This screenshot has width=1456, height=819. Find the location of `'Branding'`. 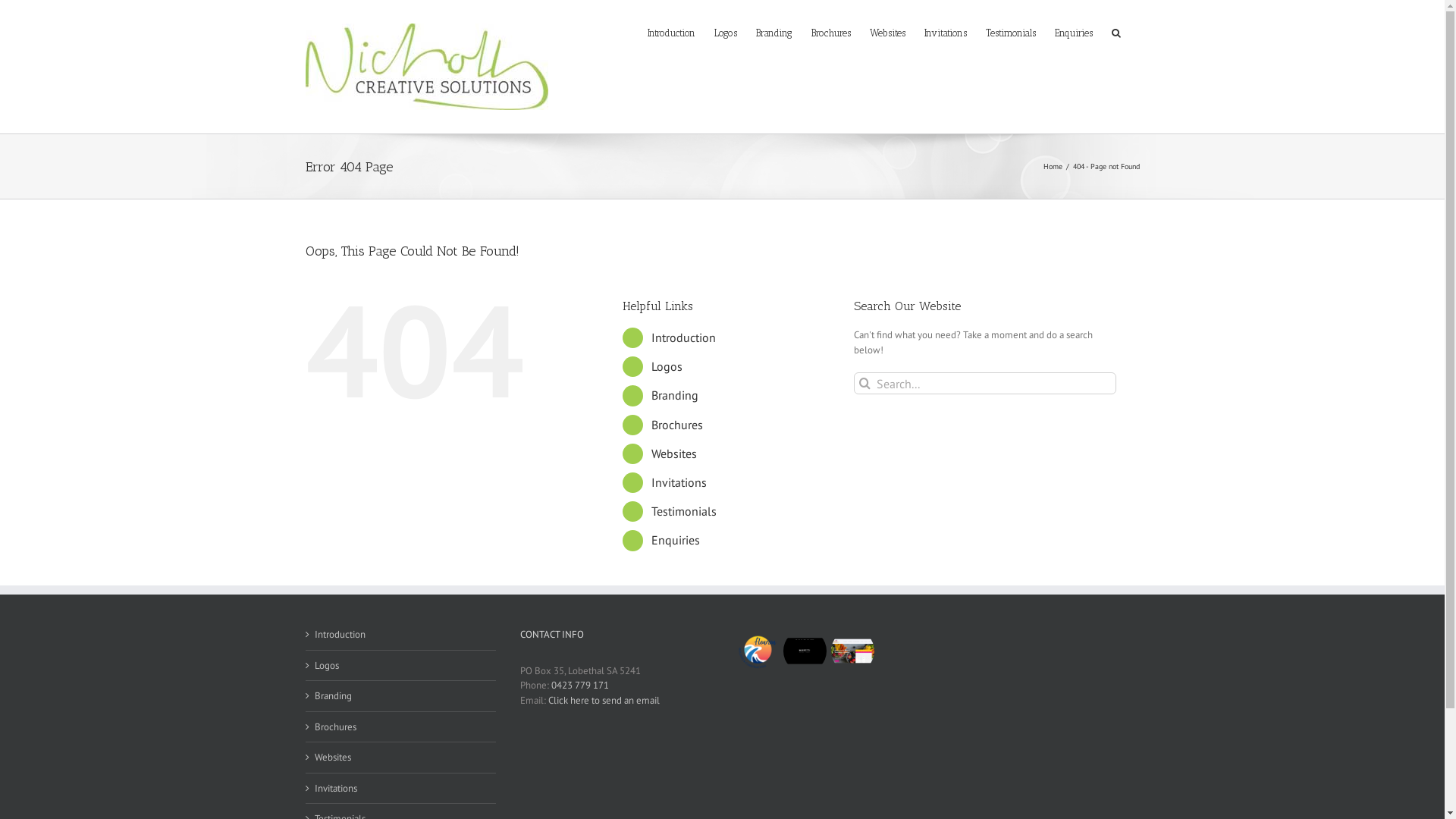

'Branding' is located at coordinates (673, 394).